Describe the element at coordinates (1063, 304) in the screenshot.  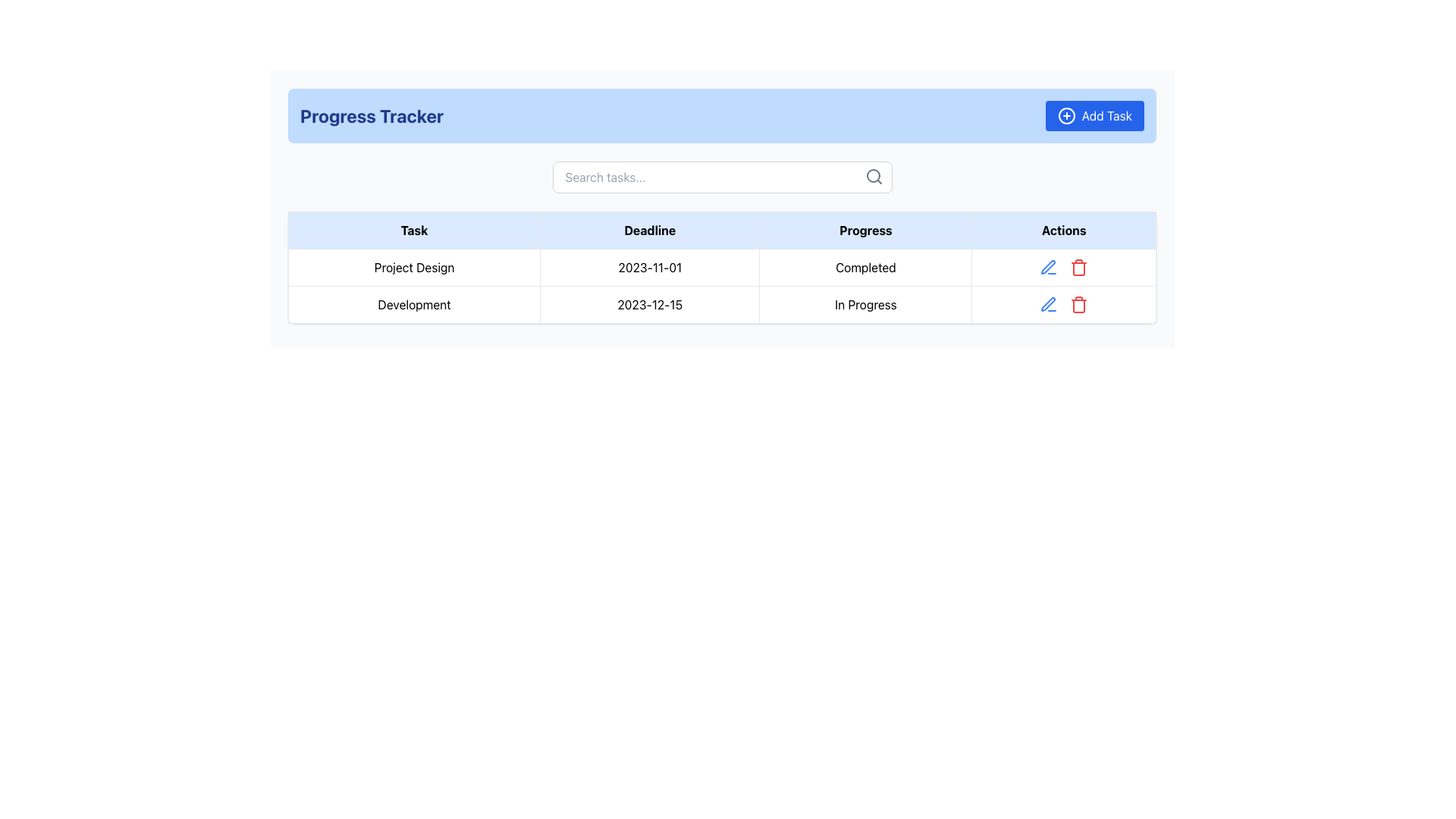
I see `the icons in the second row of the 'Actions' column in the table` at that location.